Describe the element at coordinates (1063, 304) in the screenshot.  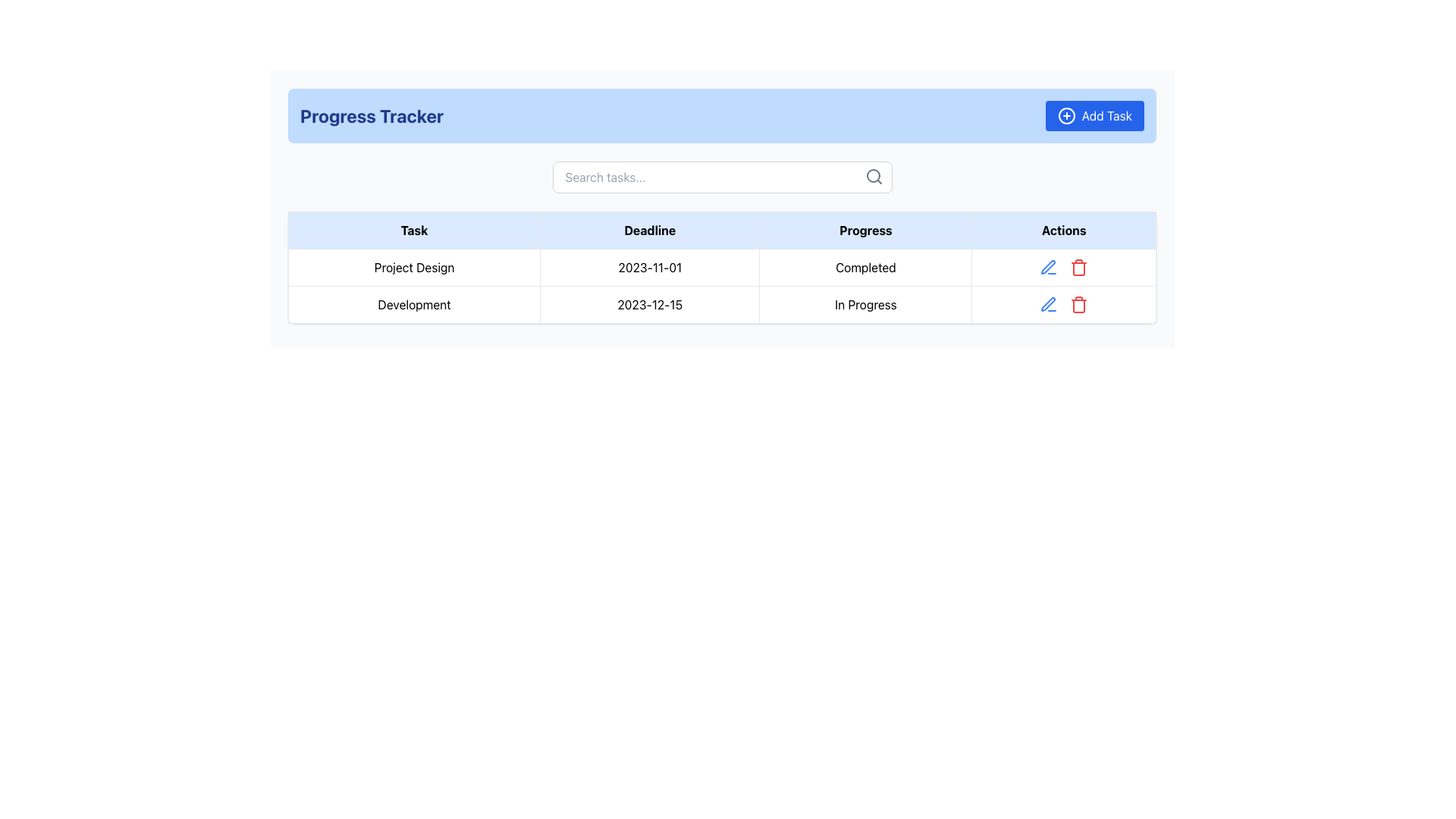
I see `the icons in the second row of the 'Actions' column in the table` at that location.